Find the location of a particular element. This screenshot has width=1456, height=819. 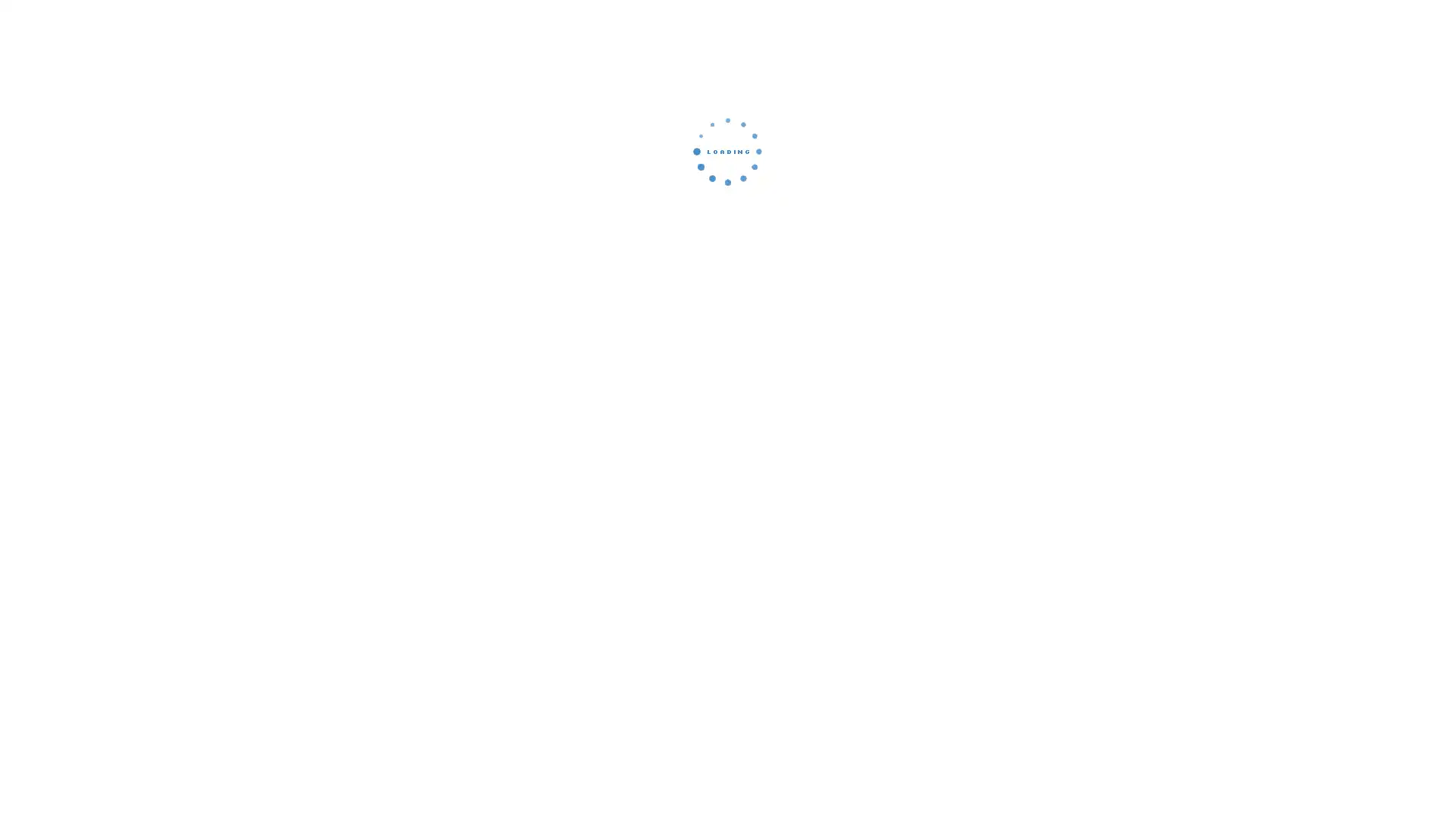

Continue is located at coordinates (728, 254).